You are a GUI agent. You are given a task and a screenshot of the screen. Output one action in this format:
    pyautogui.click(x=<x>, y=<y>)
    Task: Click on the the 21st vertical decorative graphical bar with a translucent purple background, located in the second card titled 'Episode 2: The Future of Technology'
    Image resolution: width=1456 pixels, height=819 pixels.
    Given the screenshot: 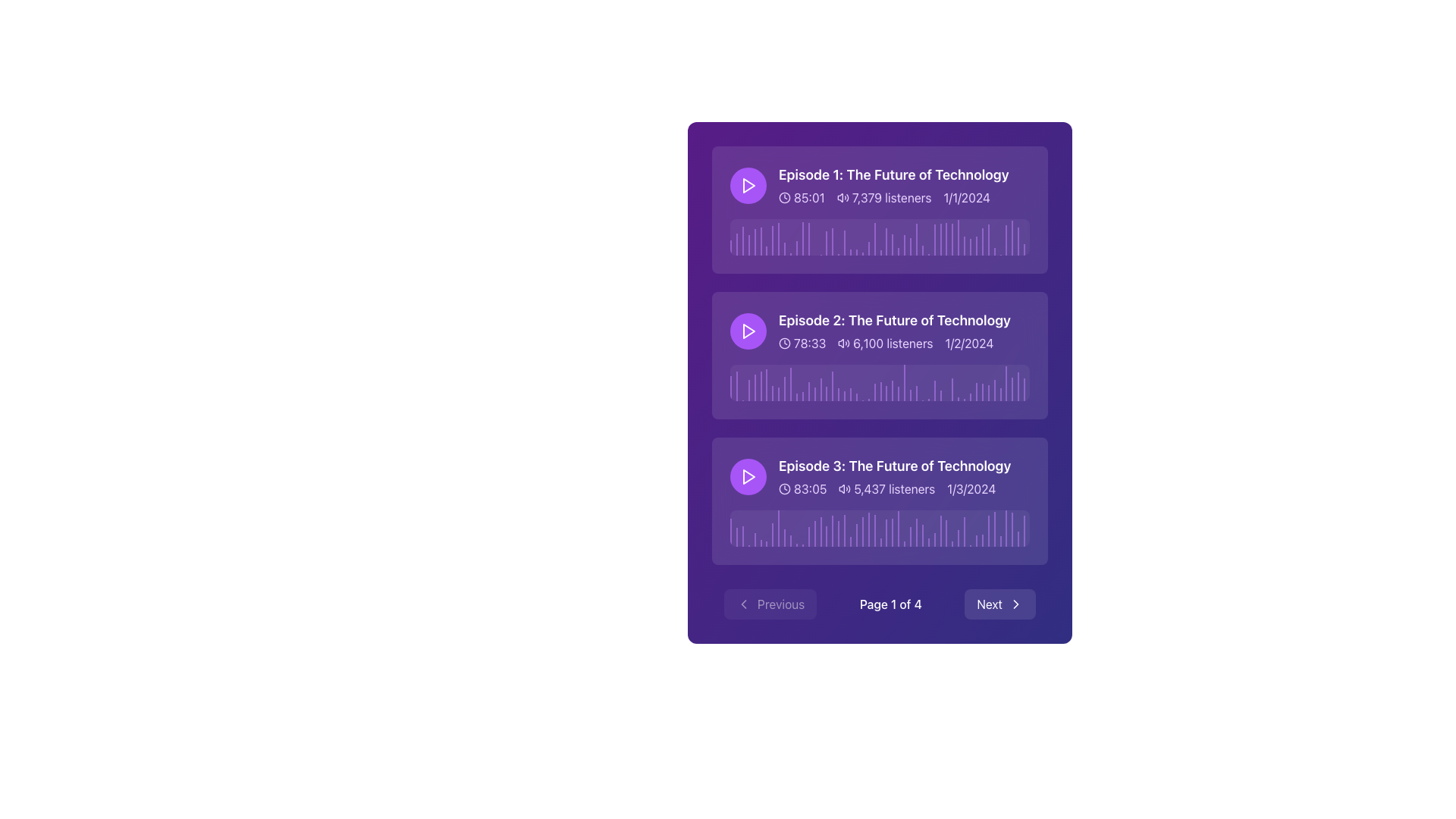 What is the action you would take?
    pyautogui.click(x=851, y=394)
    